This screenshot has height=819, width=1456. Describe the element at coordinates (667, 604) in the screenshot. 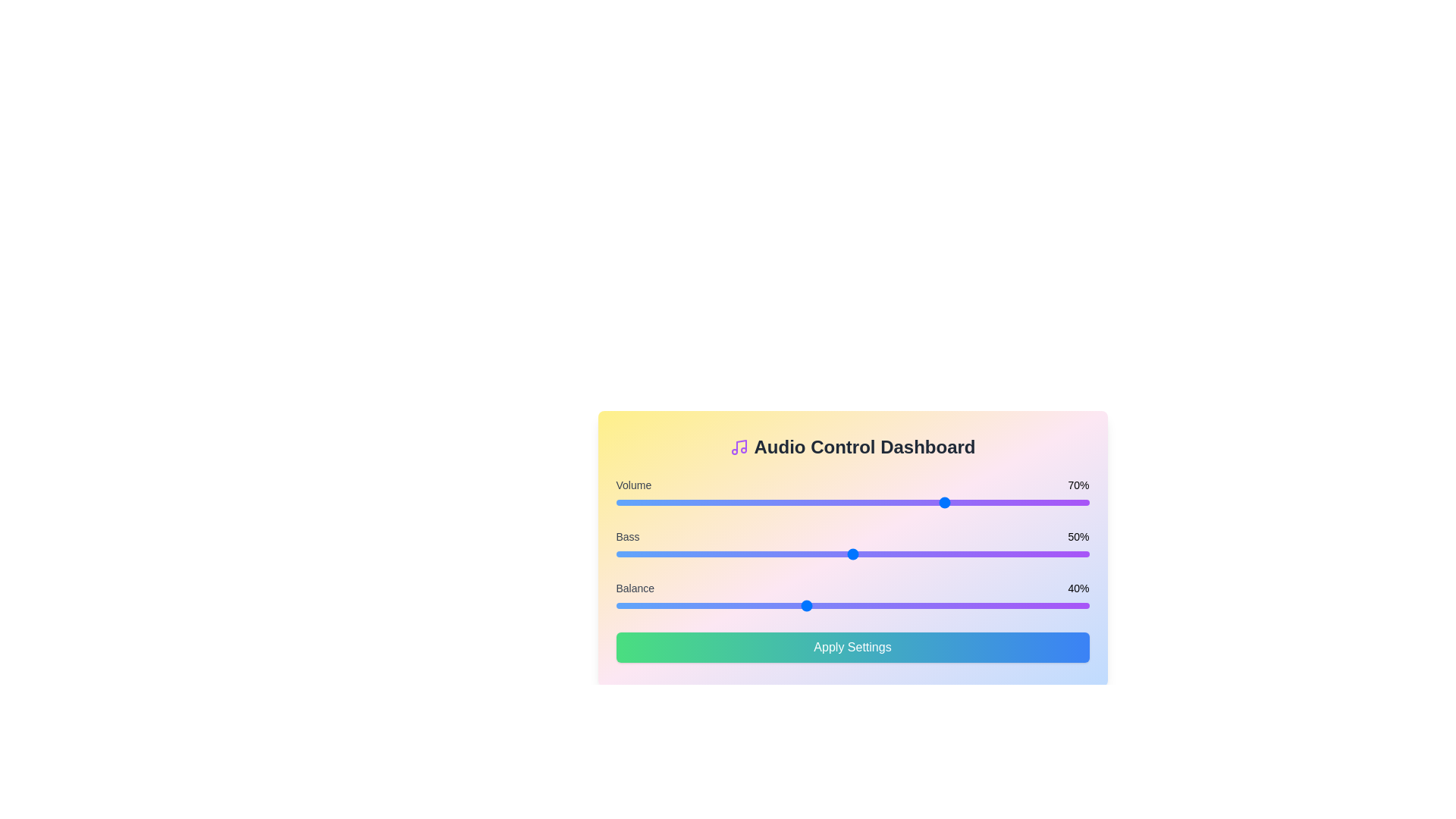

I see `balance` at that location.